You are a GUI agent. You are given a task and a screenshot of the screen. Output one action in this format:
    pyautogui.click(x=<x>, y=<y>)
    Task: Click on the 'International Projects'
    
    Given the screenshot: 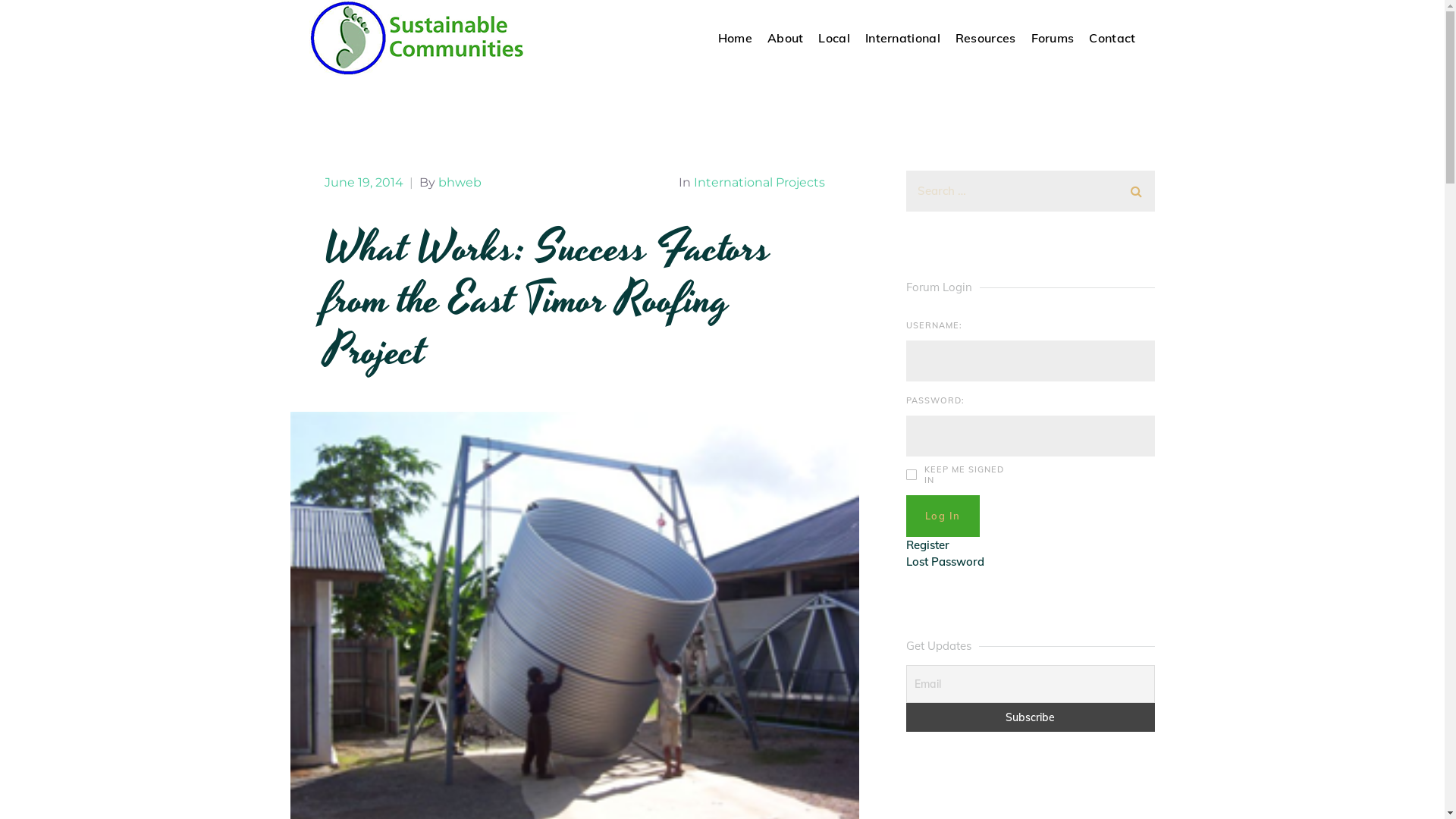 What is the action you would take?
    pyautogui.click(x=758, y=181)
    